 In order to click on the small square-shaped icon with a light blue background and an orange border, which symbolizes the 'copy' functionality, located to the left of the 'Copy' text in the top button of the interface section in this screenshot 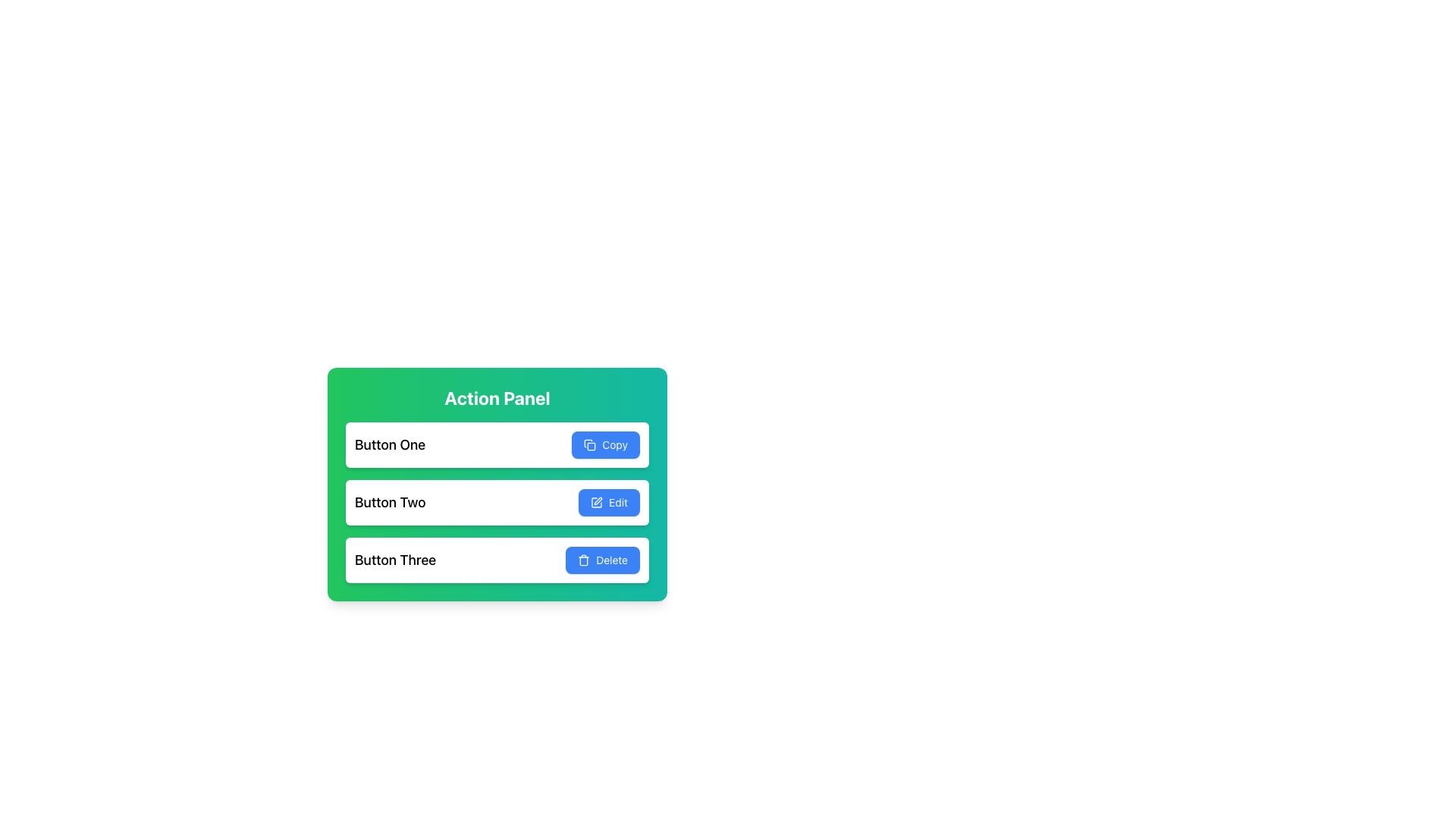, I will do `click(589, 444)`.